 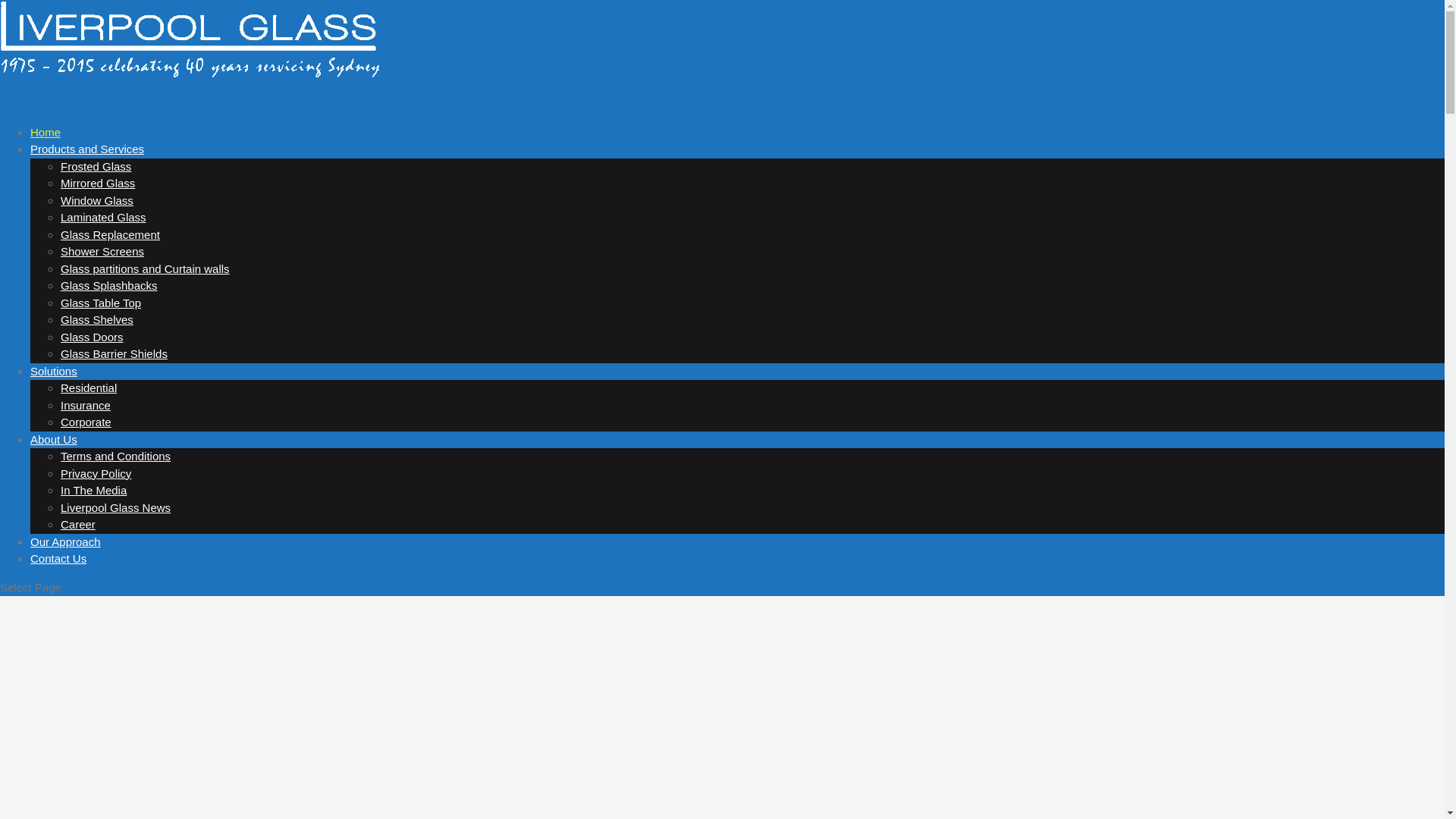 I want to click on 'Corporate', so click(x=61, y=422).